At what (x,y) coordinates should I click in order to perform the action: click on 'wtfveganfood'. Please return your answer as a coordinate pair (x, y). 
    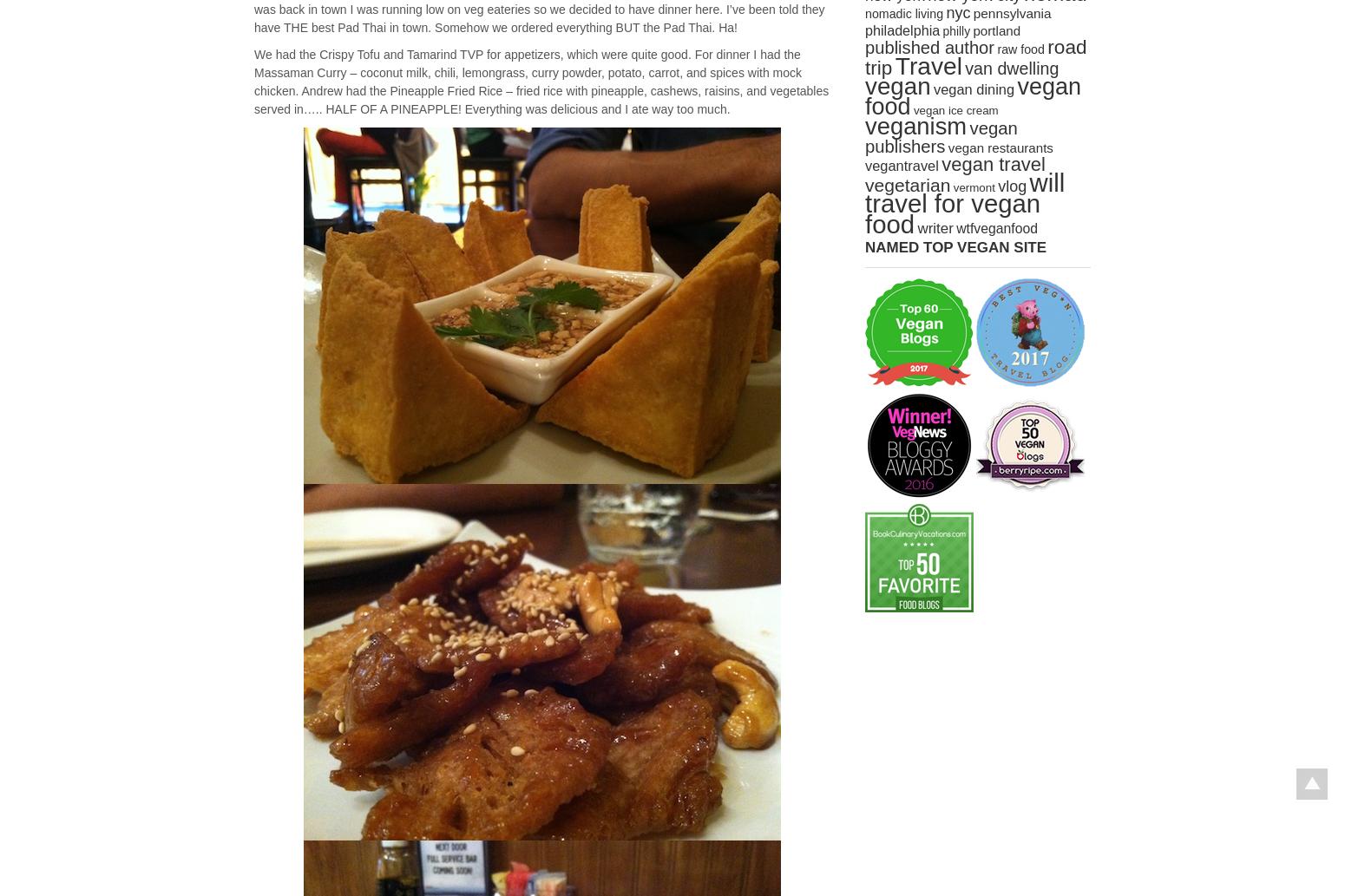
    Looking at the image, I should click on (995, 227).